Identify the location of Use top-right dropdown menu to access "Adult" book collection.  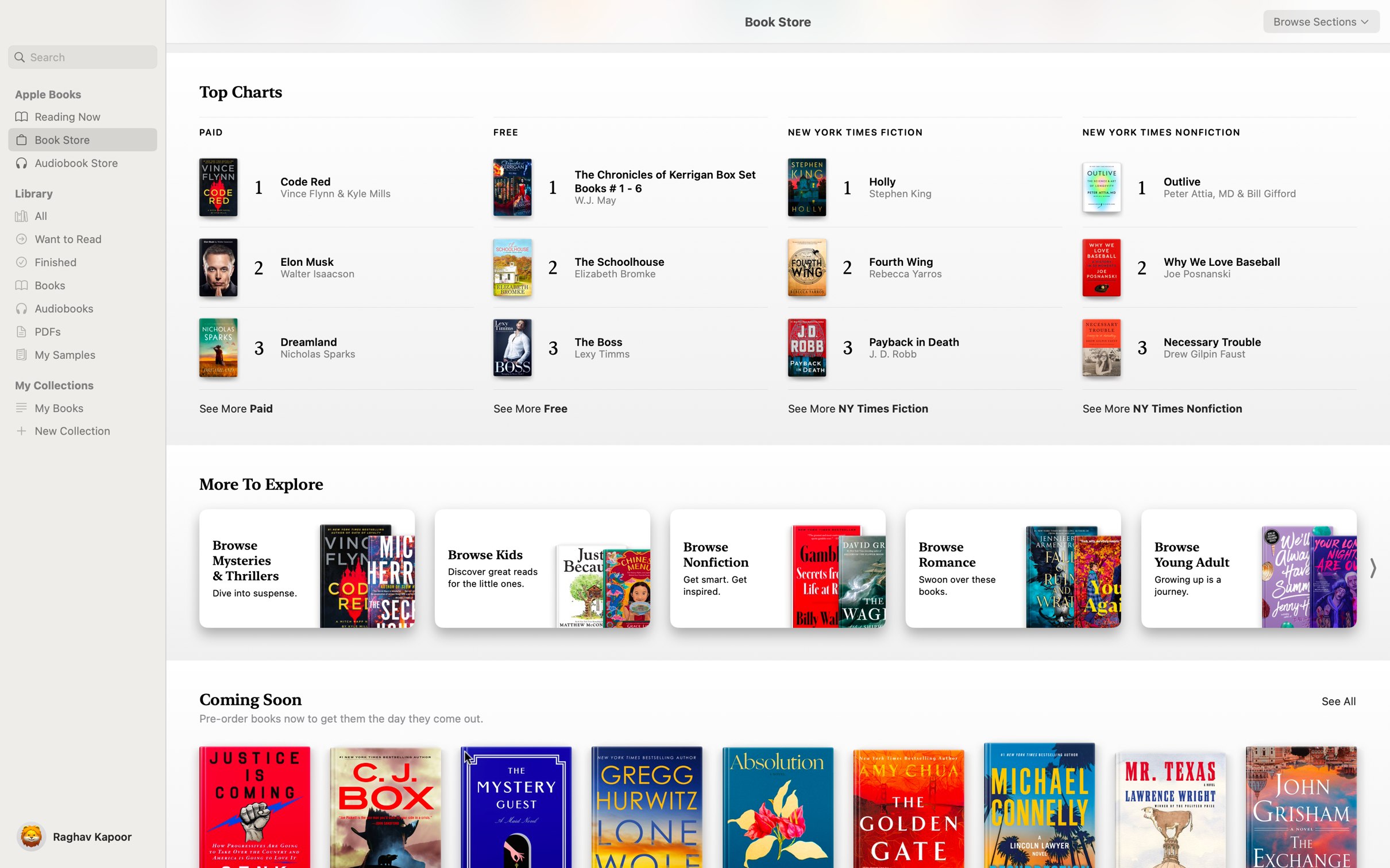
(1321, 21).